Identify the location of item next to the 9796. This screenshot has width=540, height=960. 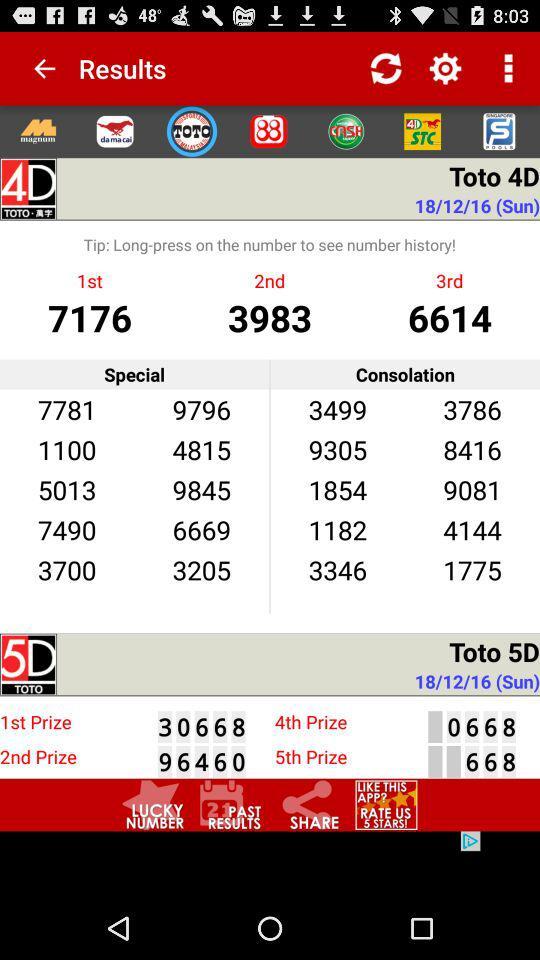
(67, 408).